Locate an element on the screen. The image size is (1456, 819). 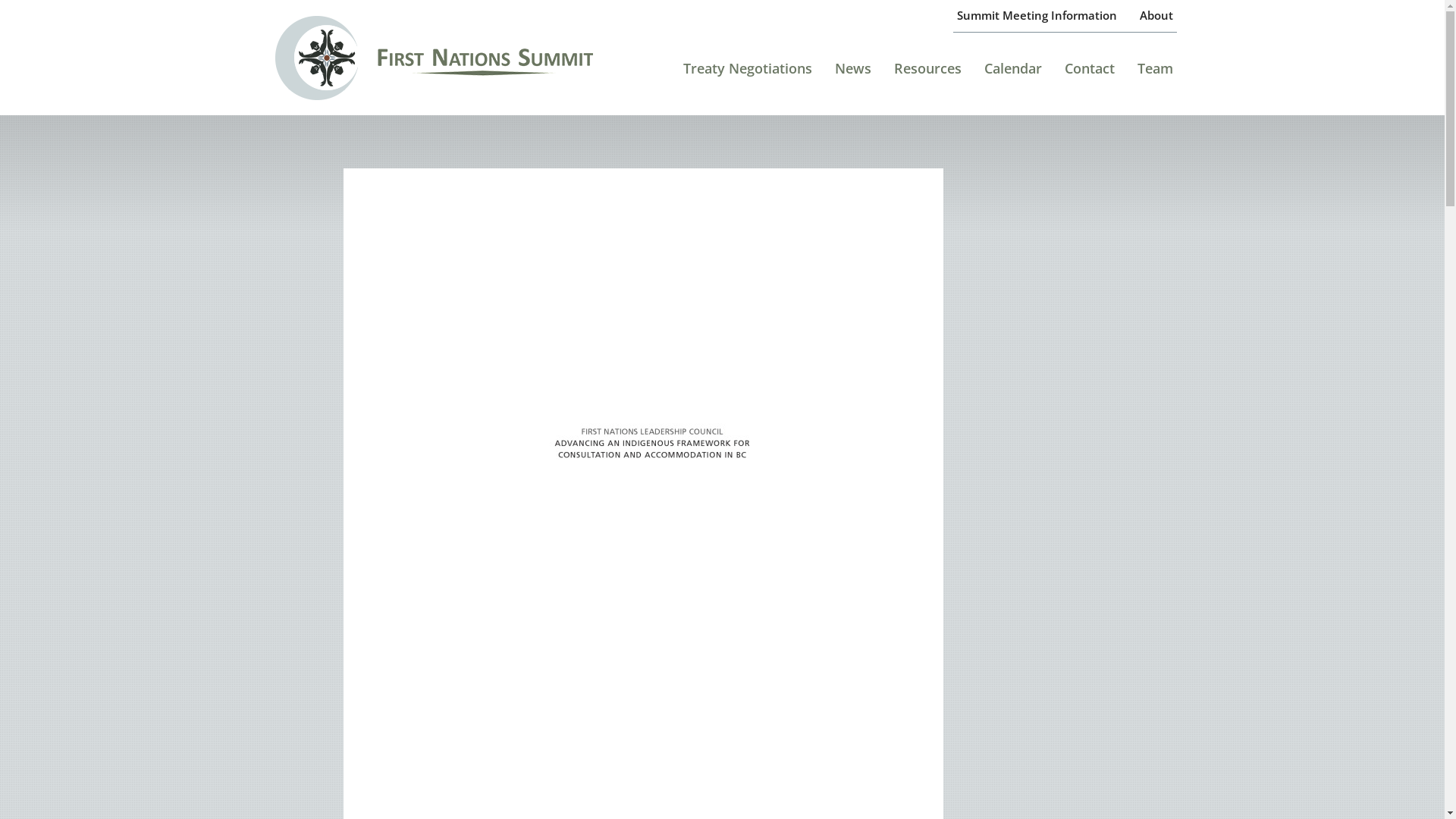
'Team' is located at coordinates (1154, 74).